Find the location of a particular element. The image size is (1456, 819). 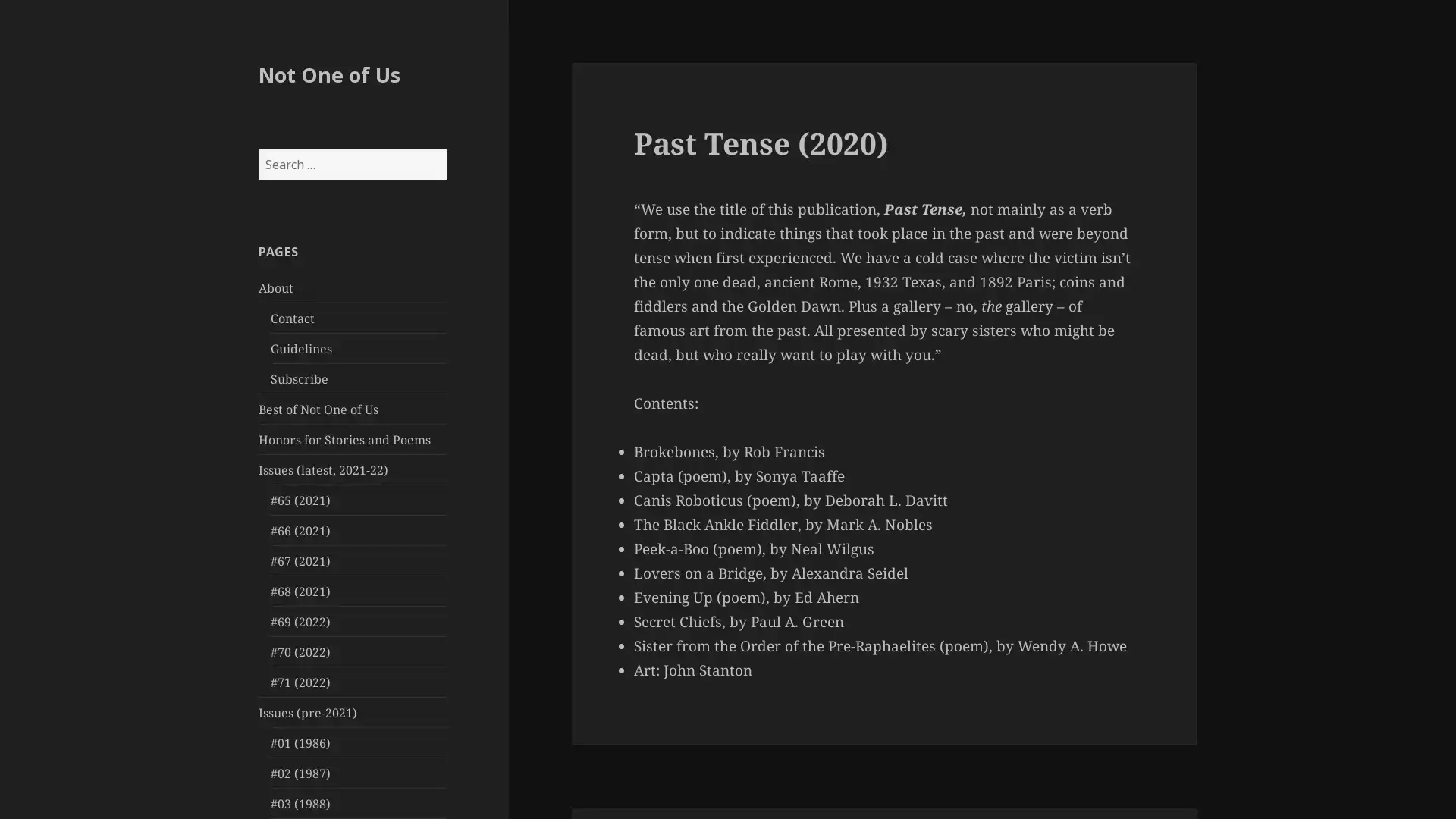

Search is located at coordinates (444, 149).